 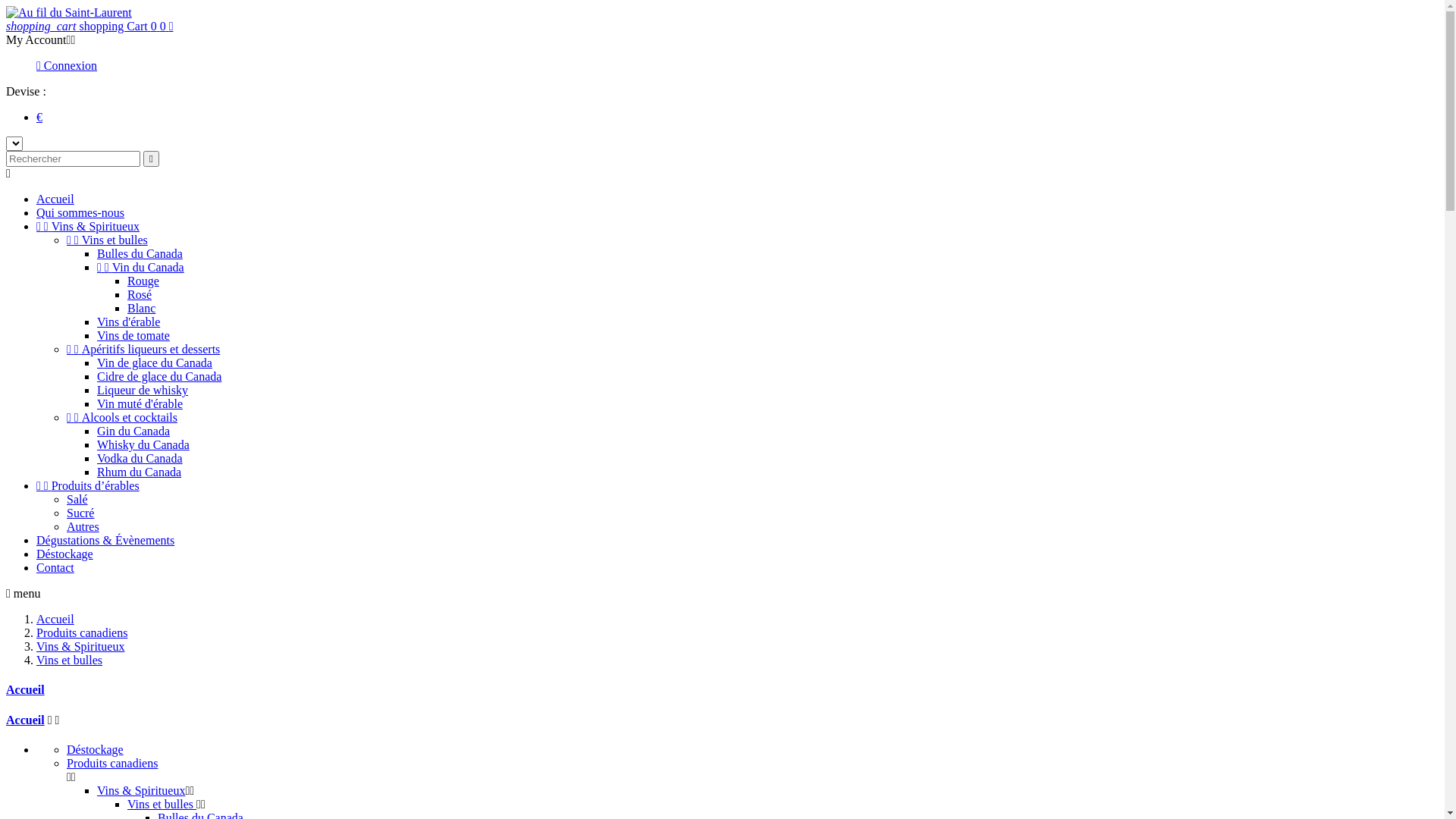 What do you see at coordinates (140, 457) in the screenshot?
I see `'Vodka du Canada'` at bounding box center [140, 457].